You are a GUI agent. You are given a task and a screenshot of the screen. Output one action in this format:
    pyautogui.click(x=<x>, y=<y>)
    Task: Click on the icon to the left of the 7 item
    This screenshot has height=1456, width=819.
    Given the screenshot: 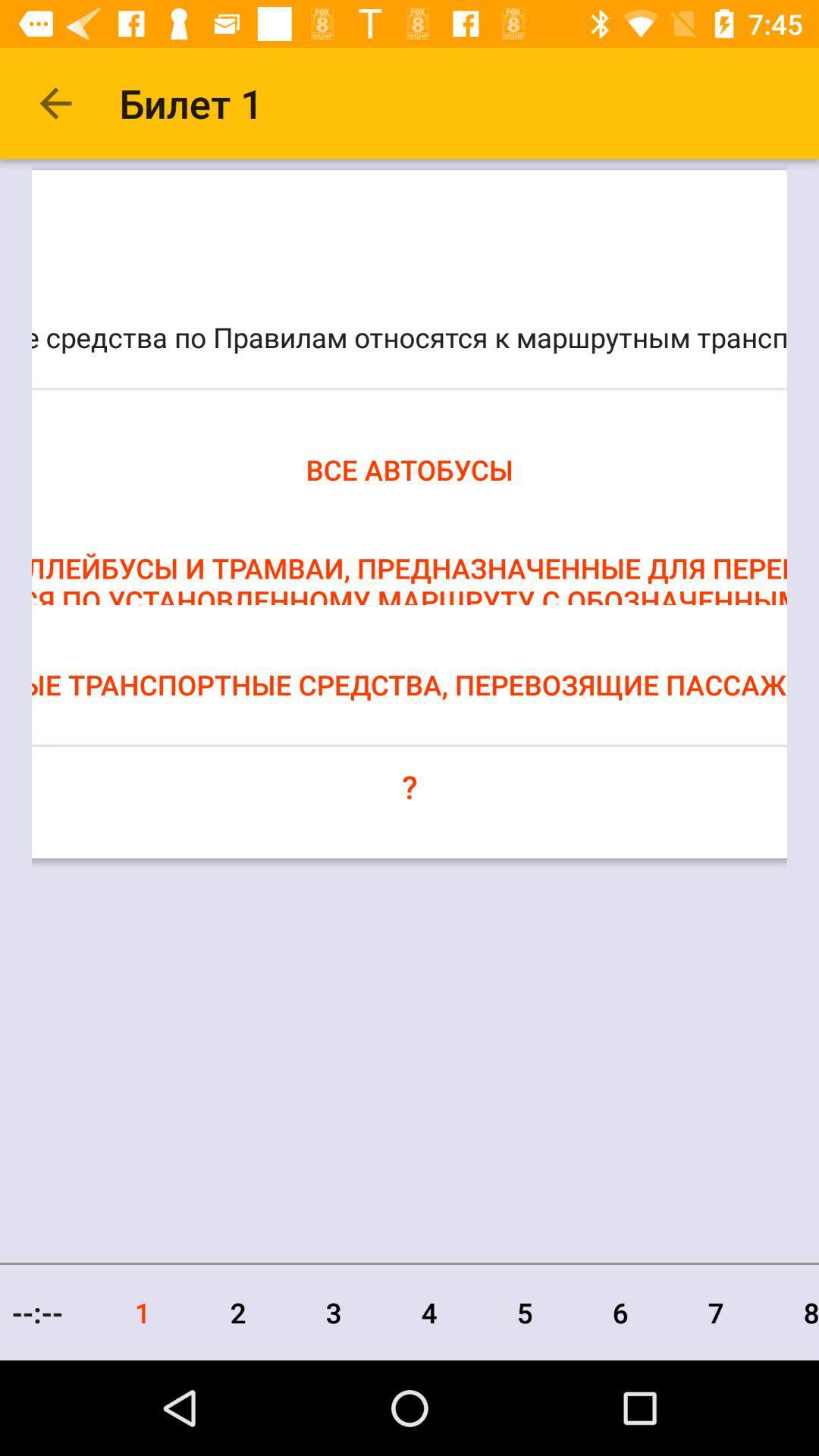 What is the action you would take?
    pyautogui.click(x=620, y=1312)
    